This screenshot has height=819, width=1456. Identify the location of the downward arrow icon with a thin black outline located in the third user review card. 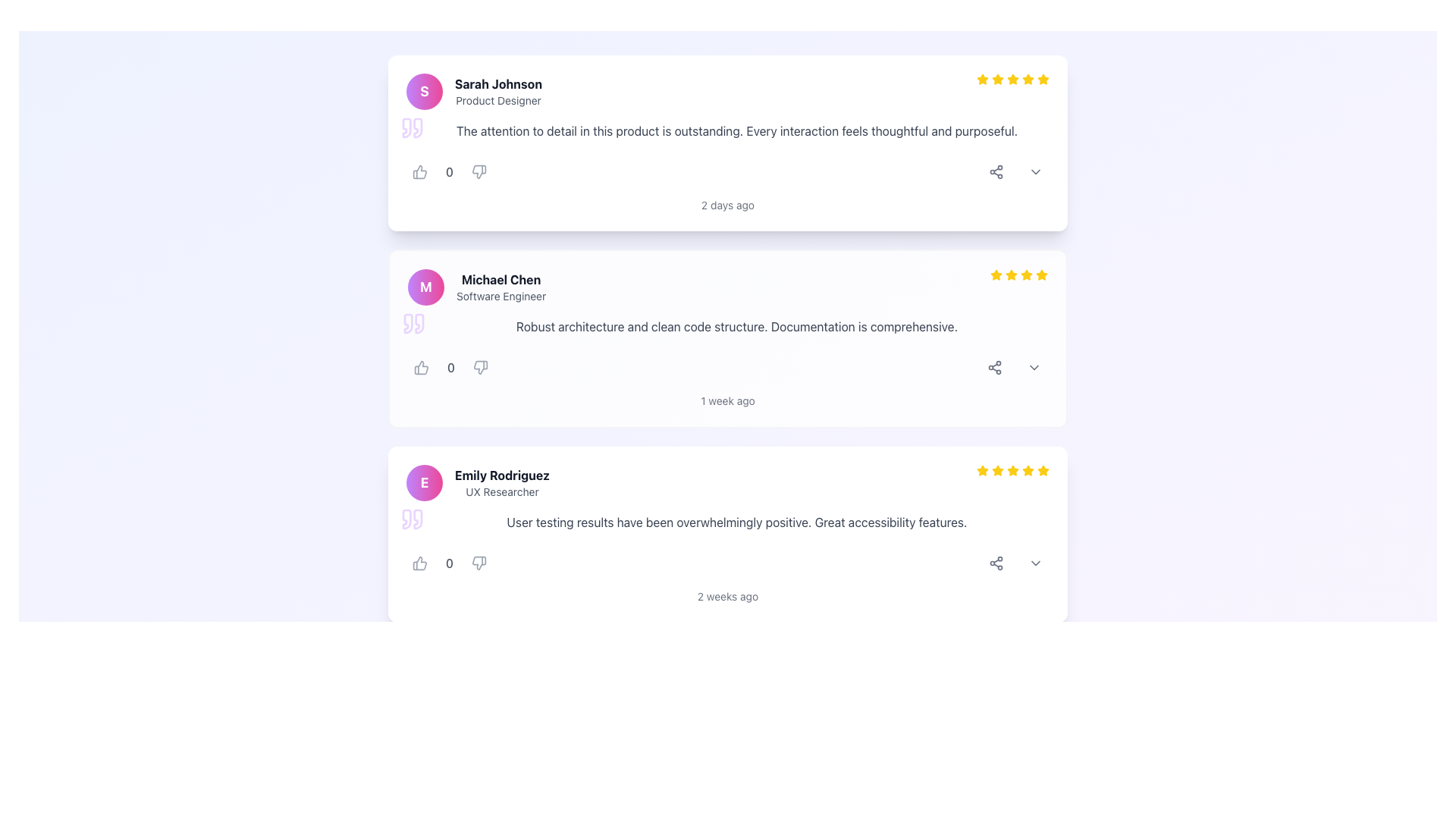
(1035, 563).